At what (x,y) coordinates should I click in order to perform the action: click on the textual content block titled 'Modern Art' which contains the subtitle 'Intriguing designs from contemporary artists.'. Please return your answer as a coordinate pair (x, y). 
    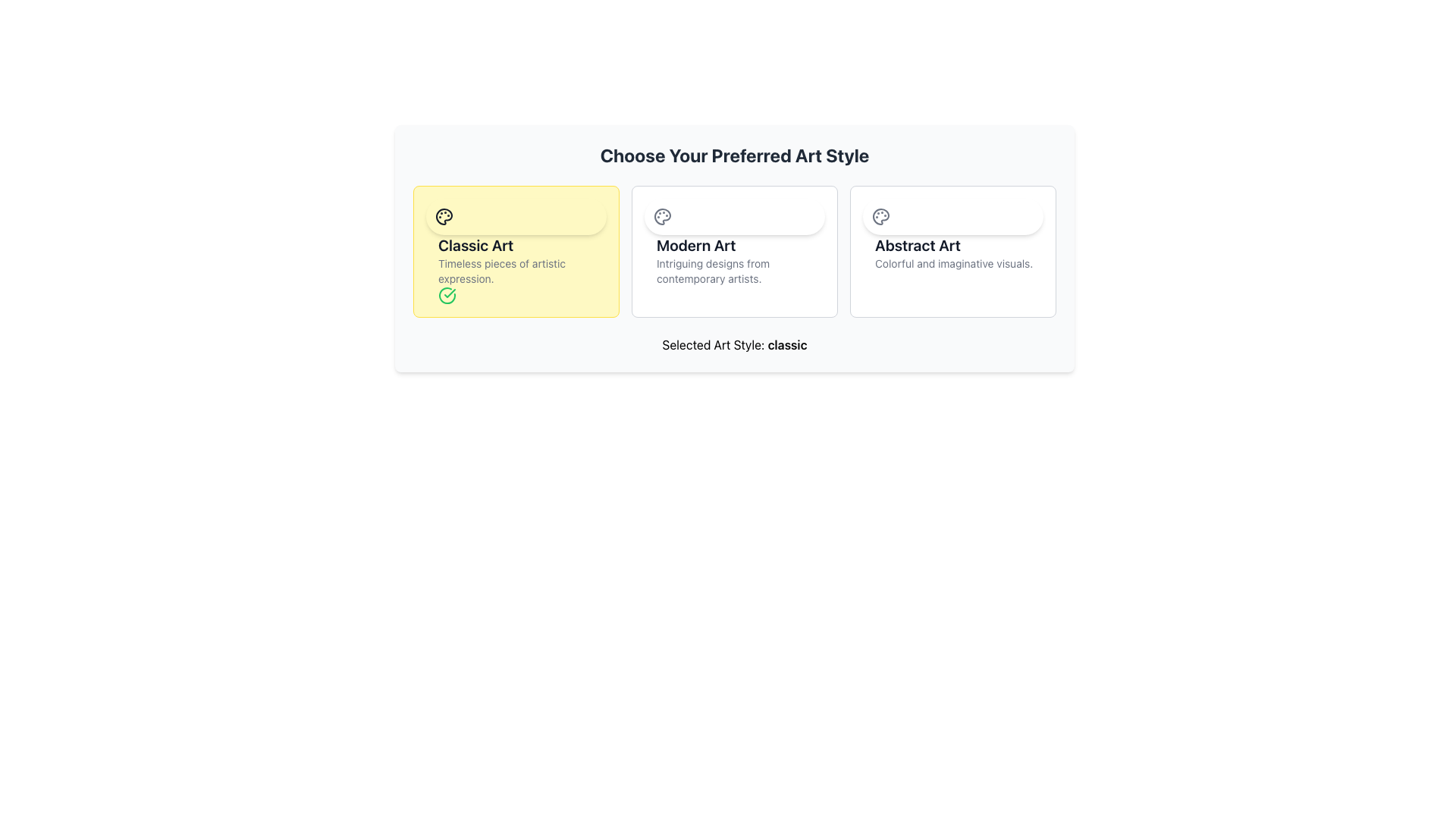
    Looking at the image, I should click on (741, 259).